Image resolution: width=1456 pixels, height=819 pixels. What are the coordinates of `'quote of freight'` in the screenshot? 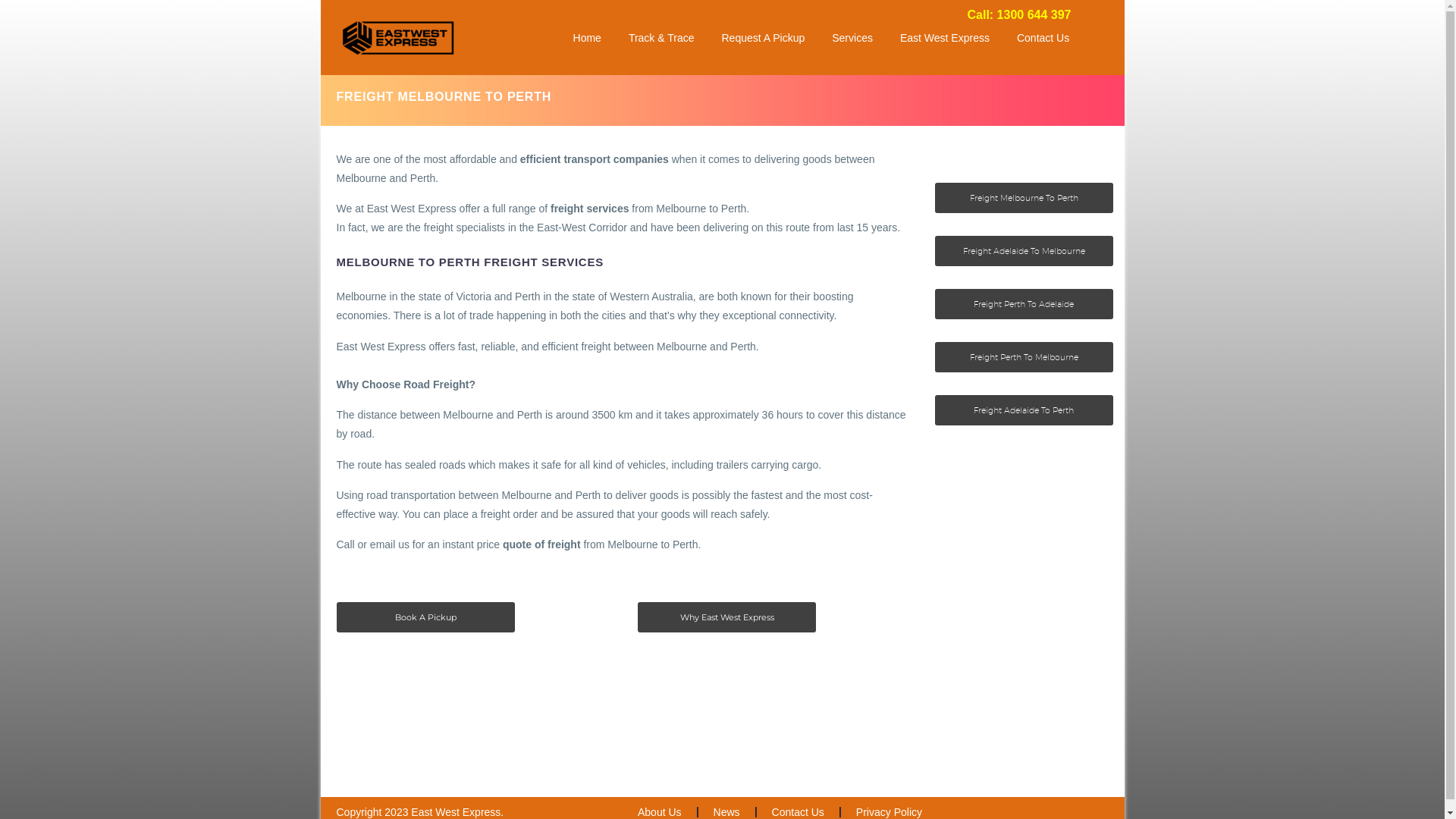 It's located at (541, 543).